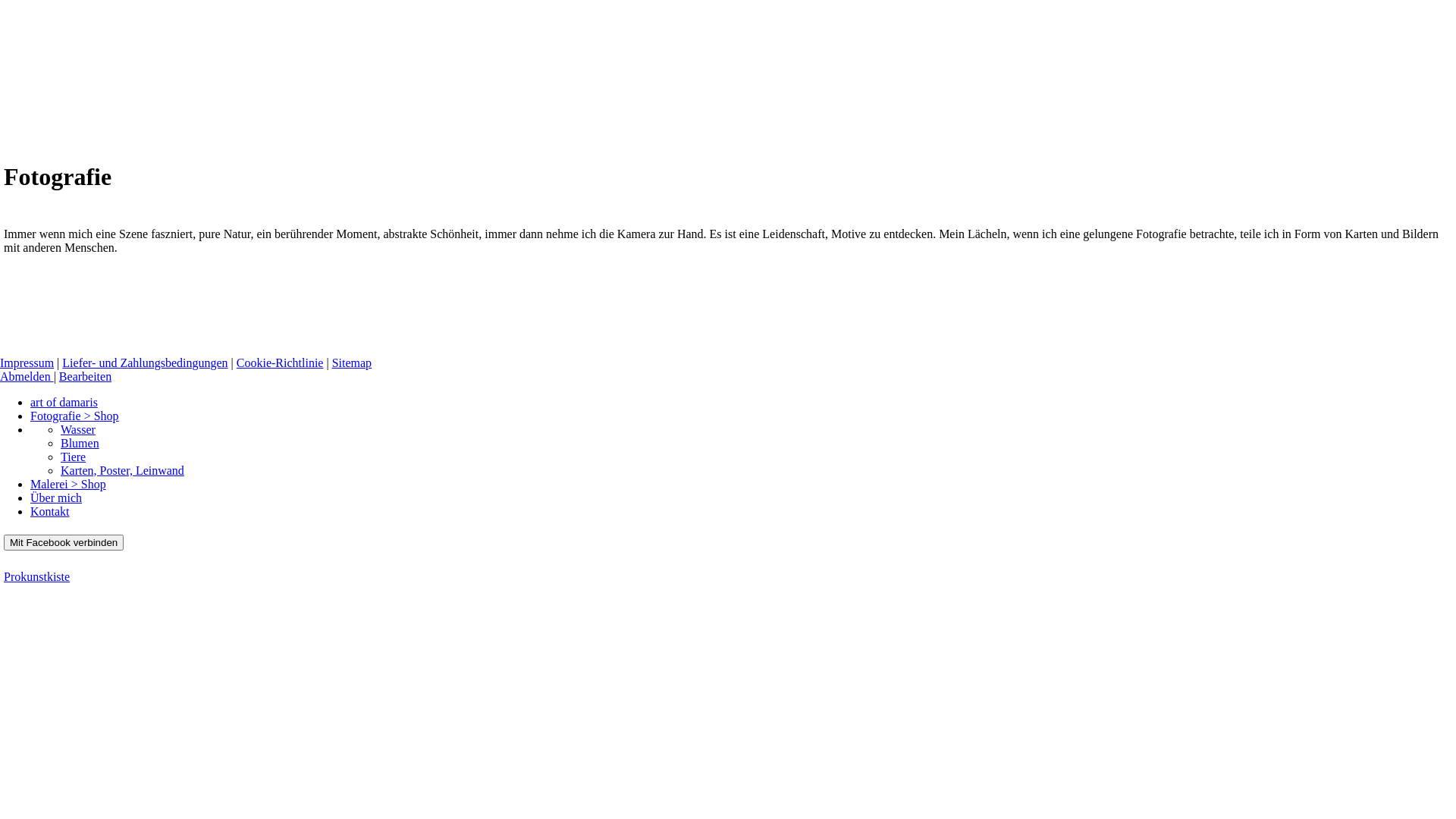 This screenshot has height=819, width=1456. Describe the element at coordinates (61, 362) in the screenshot. I see `'Liefer- und Zahlungsbedingungen'` at that location.